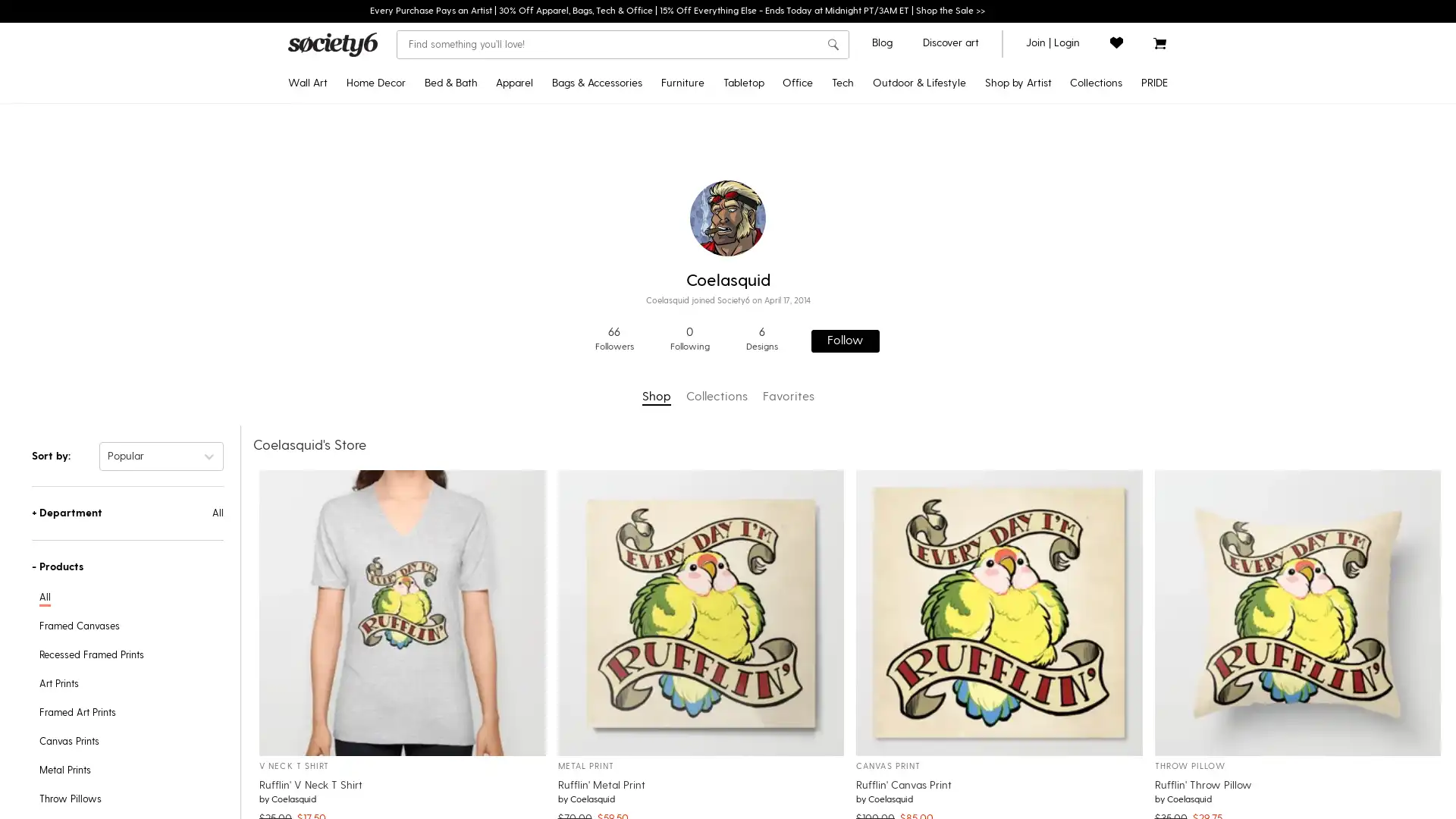  Describe the element at coordinates (404, 366) in the screenshot. I see `Wallpaper` at that location.